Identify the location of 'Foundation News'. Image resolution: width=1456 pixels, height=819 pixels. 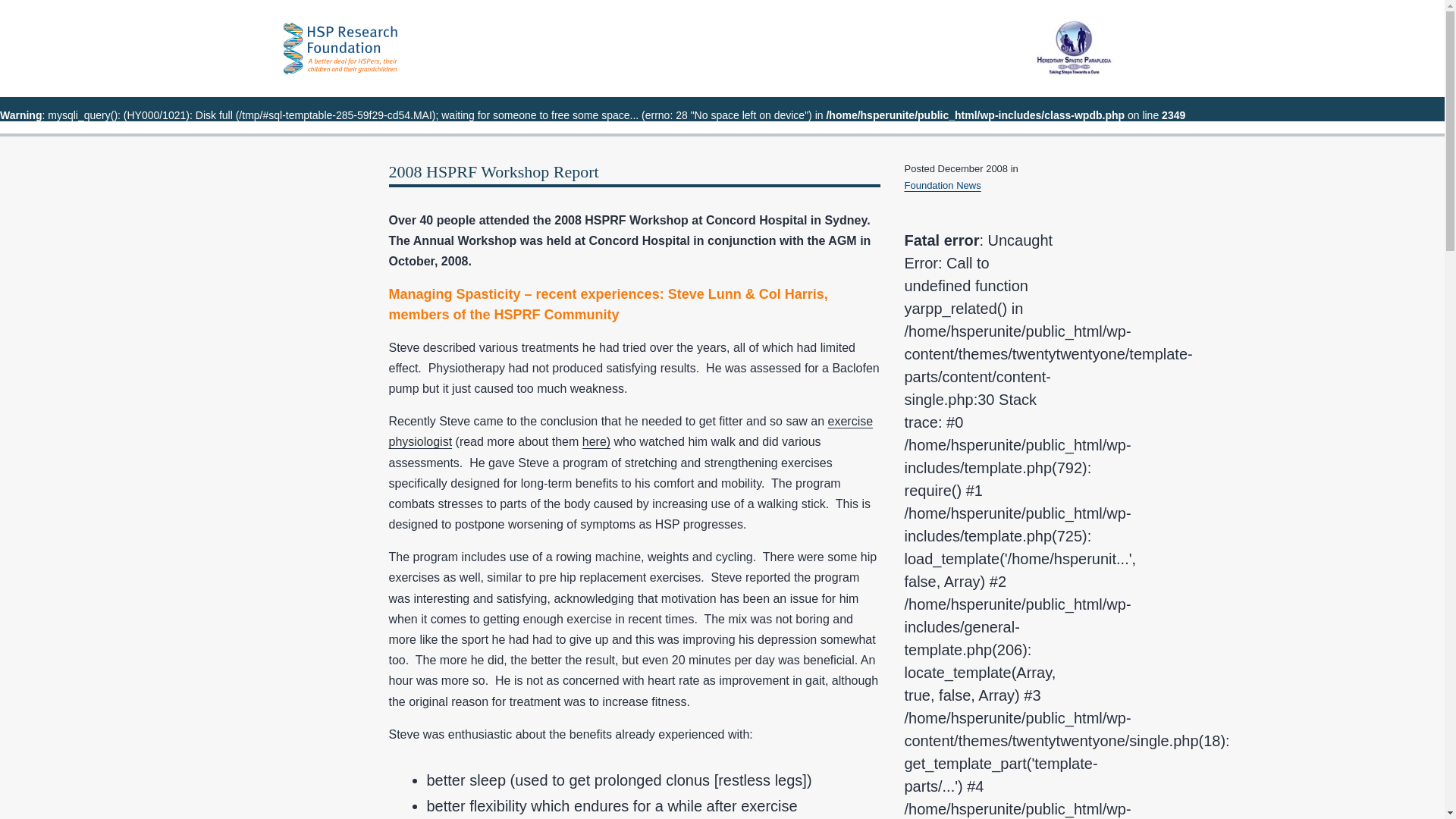
(941, 184).